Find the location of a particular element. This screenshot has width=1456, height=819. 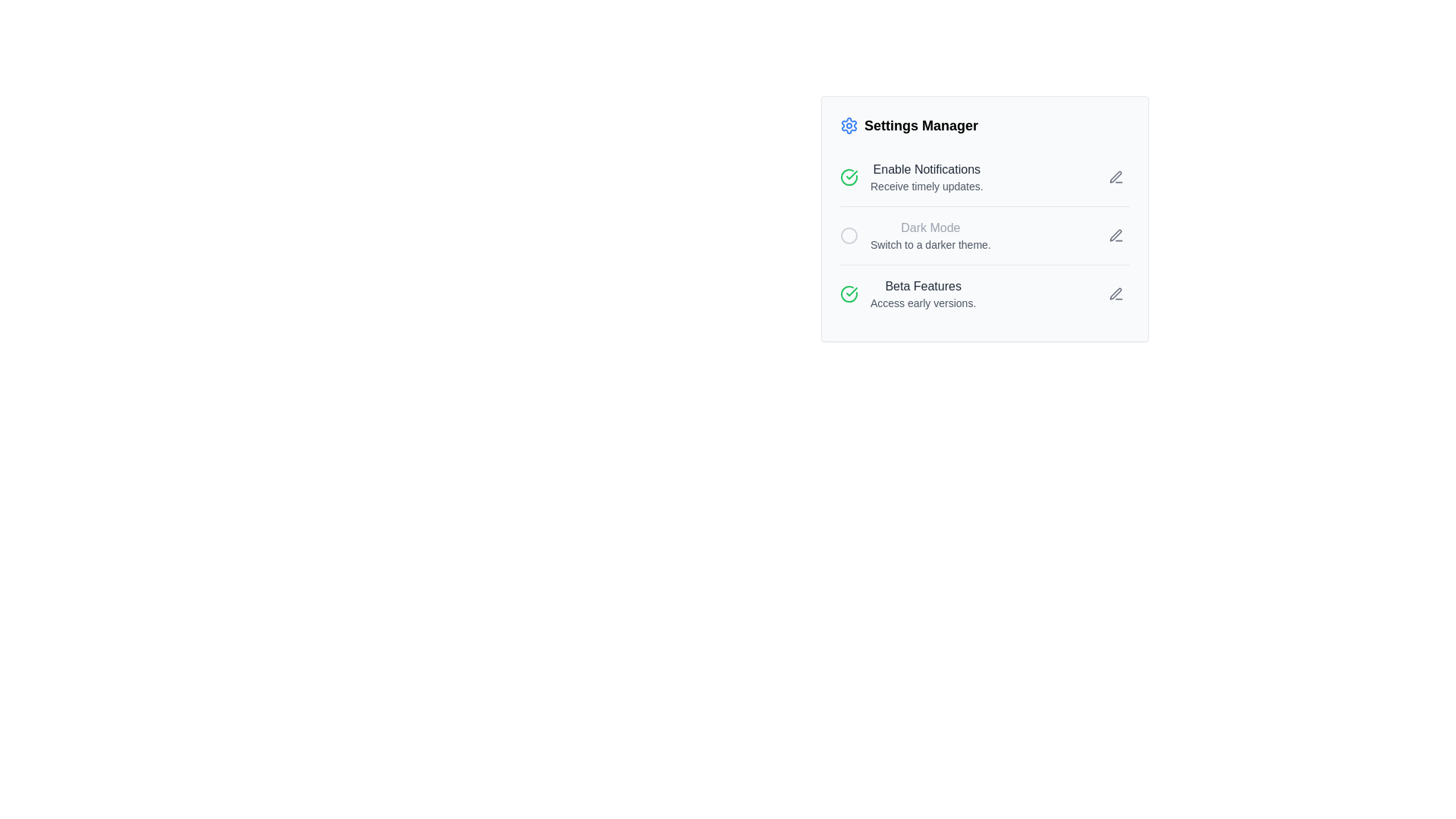

the pen icon button located on the rightmost side of the 'Enable Notifications' row is located at coordinates (1116, 294).